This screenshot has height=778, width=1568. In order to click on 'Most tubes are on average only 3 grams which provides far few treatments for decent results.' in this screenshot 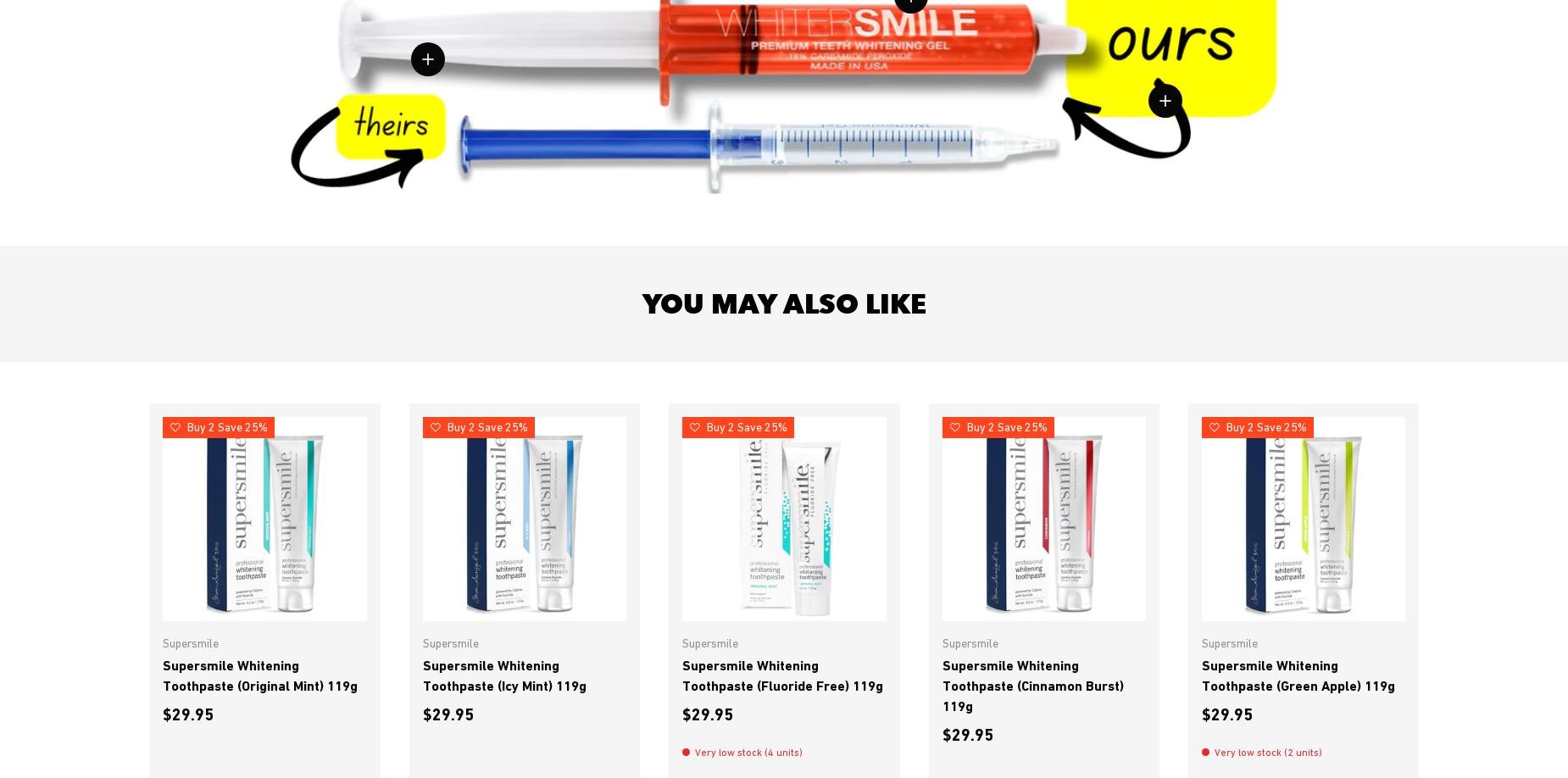, I will do `click(422, 169)`.